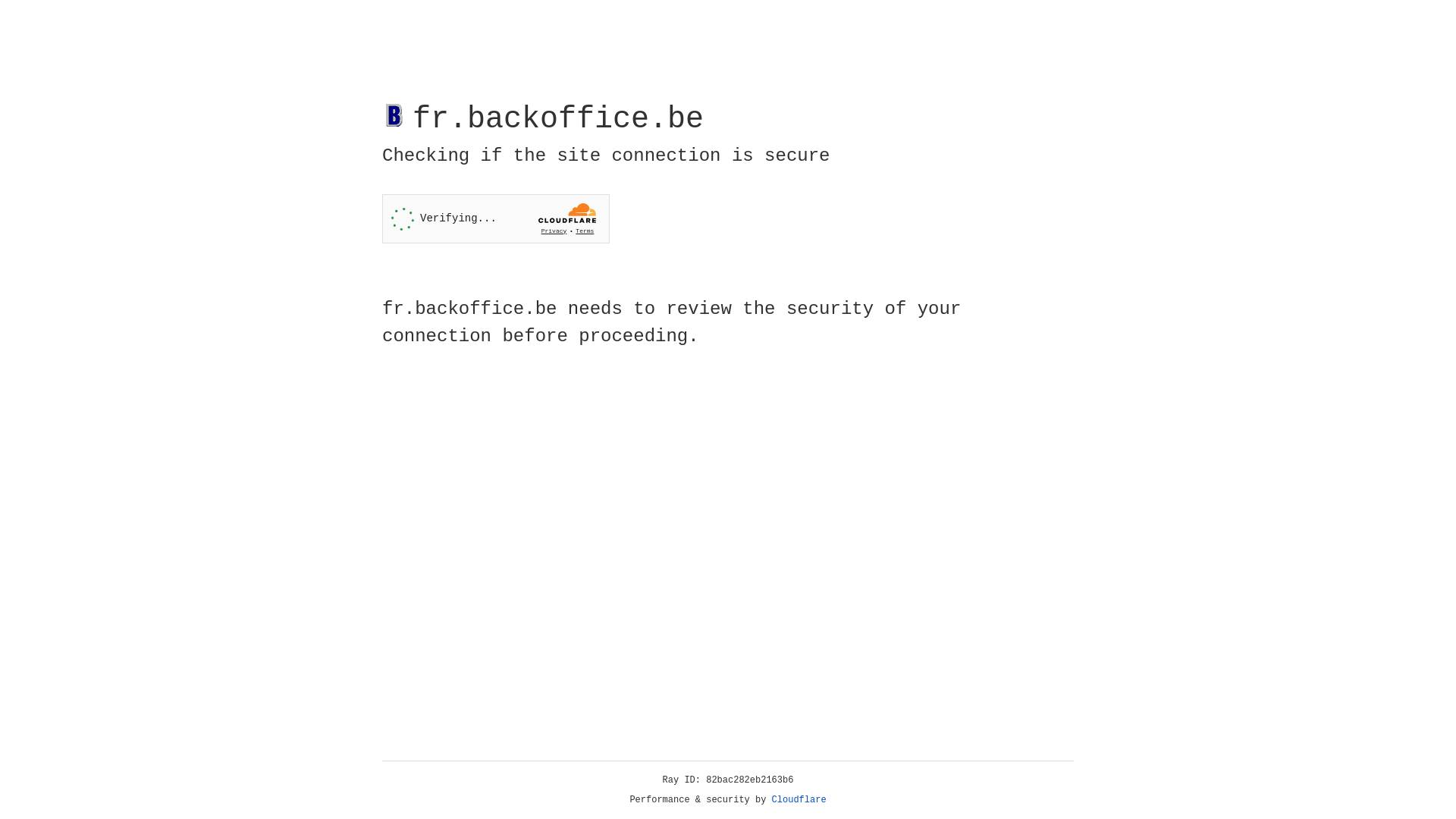  I want to click on 'Cloudflare', so click(799, 799).